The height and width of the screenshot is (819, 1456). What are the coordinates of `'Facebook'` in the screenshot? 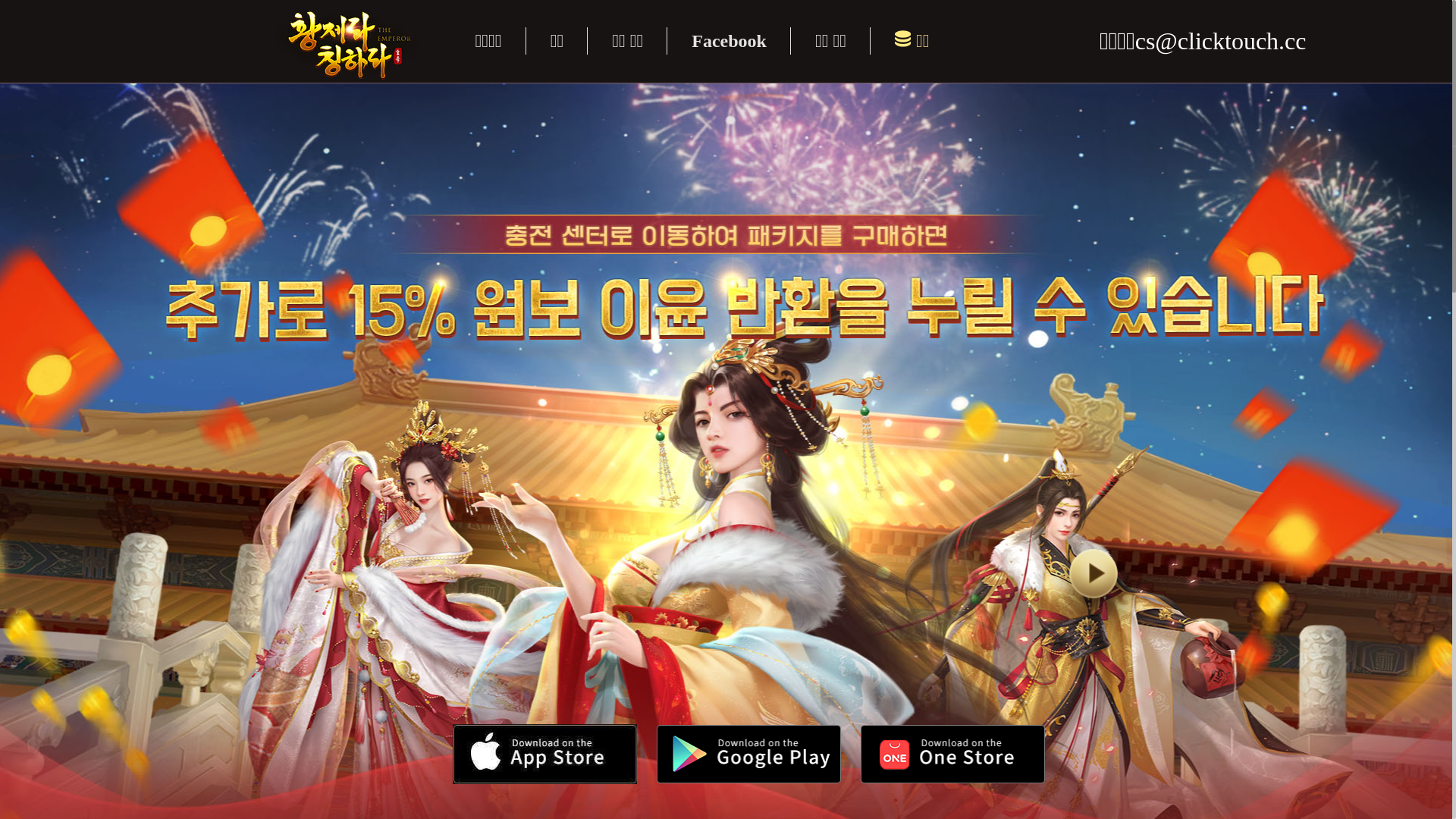 It's located at (729, 40).